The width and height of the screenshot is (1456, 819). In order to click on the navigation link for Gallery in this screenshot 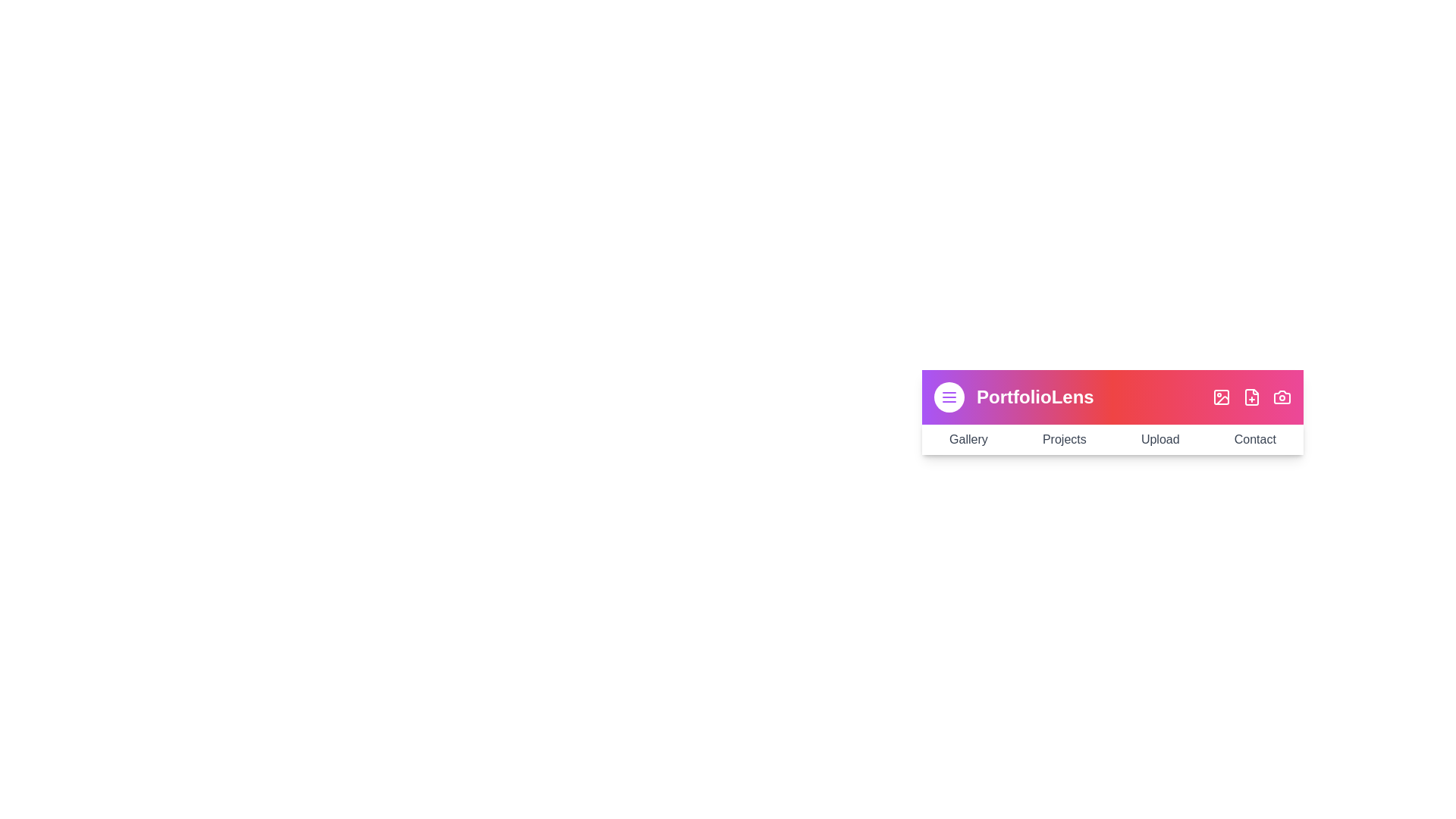, I will do `click(967, 439)`.